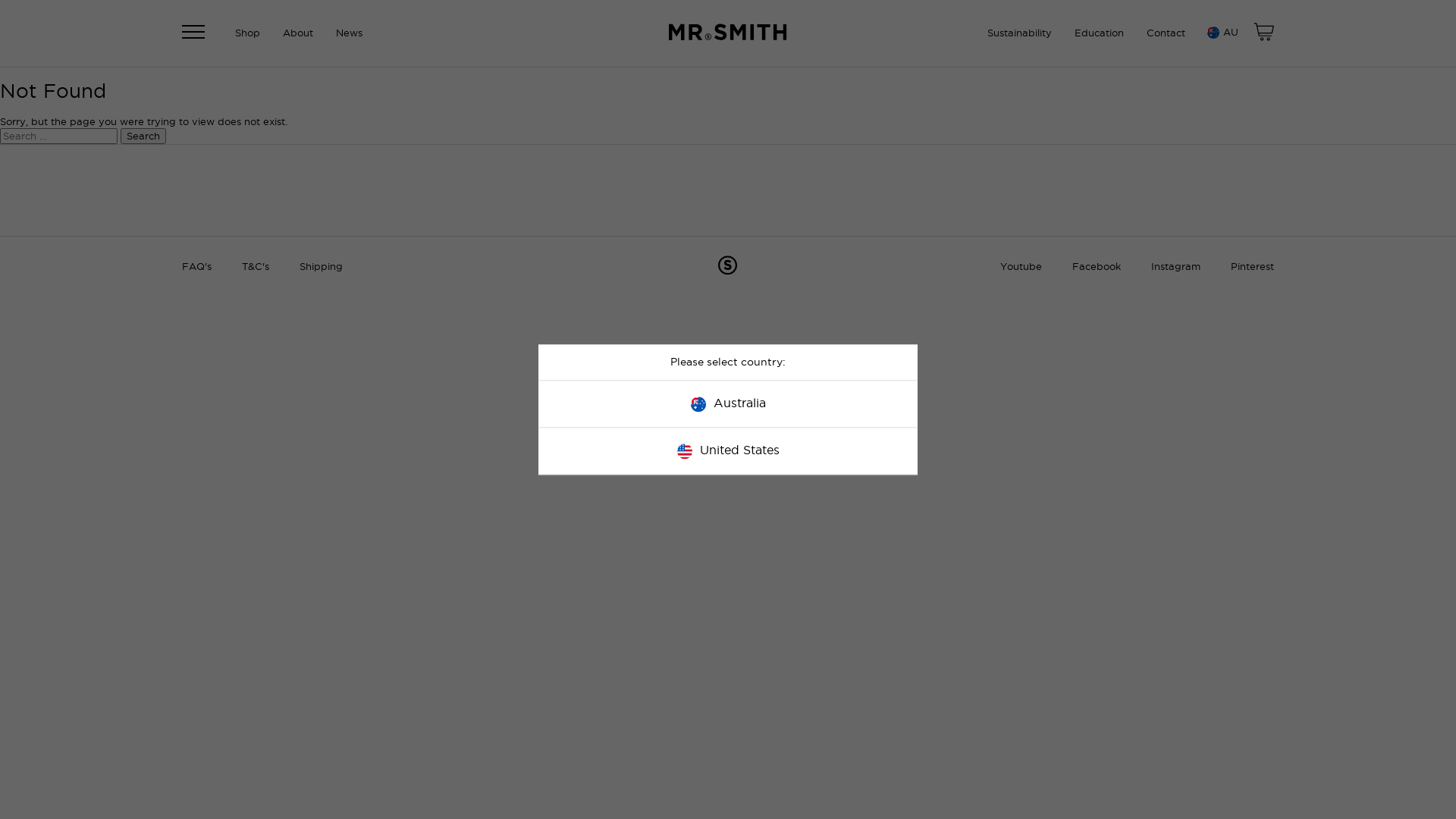 The image size is (1456, 819). Describe the element at coordinates (143, 135) in the screenshot. I see `'Search'` at that location.